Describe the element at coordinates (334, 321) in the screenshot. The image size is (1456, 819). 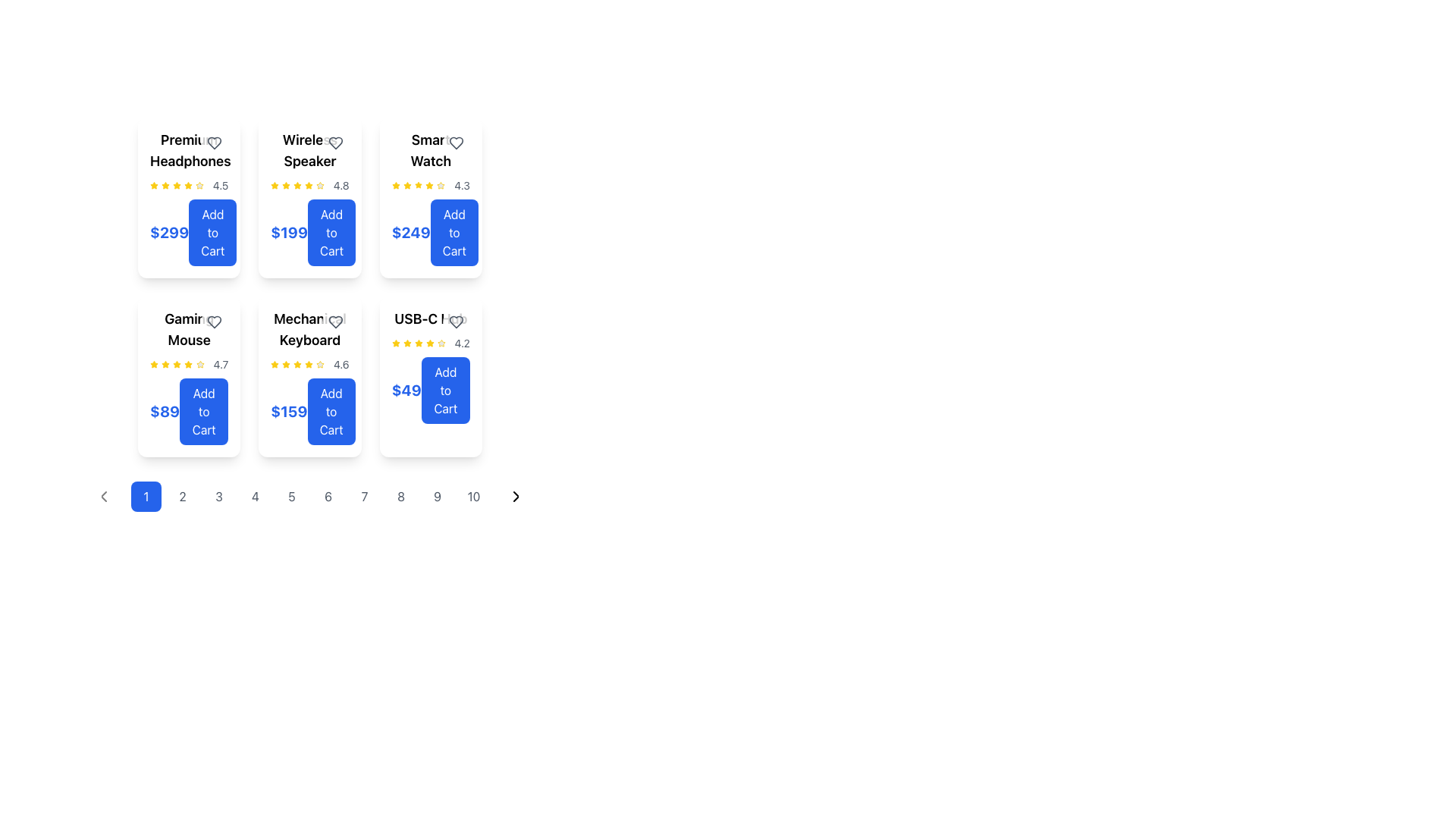
I see `the heart-shaped icon button located in the top-right corner of the 'Mechanical Keyboard' product card to observe any tooltip that may appear` at that location.